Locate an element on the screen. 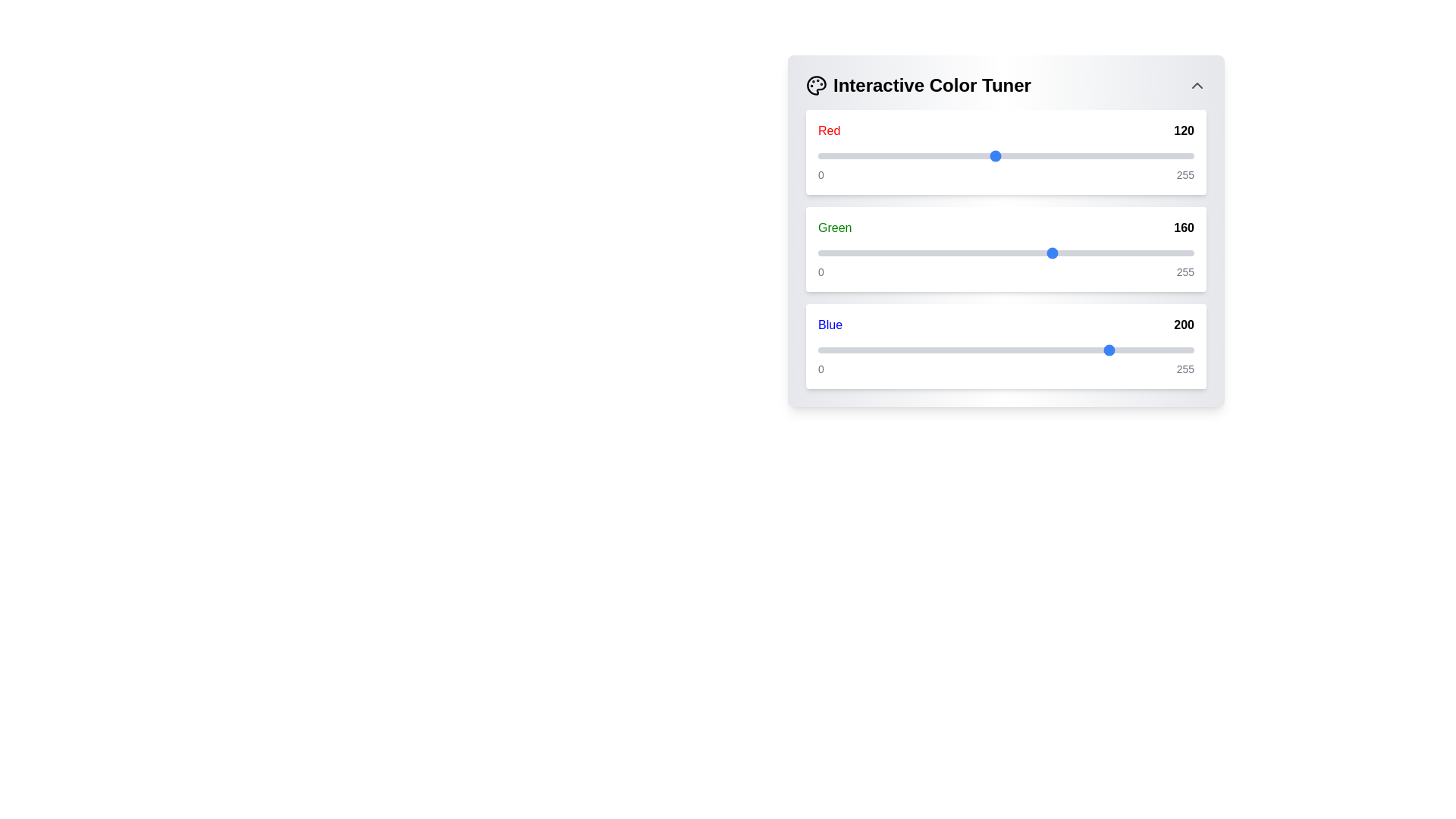  the upward-pointing arrow icon located at the top-right corner of the 'Interactive Color Tuner' header bar is located at coordinates (1197, 85).